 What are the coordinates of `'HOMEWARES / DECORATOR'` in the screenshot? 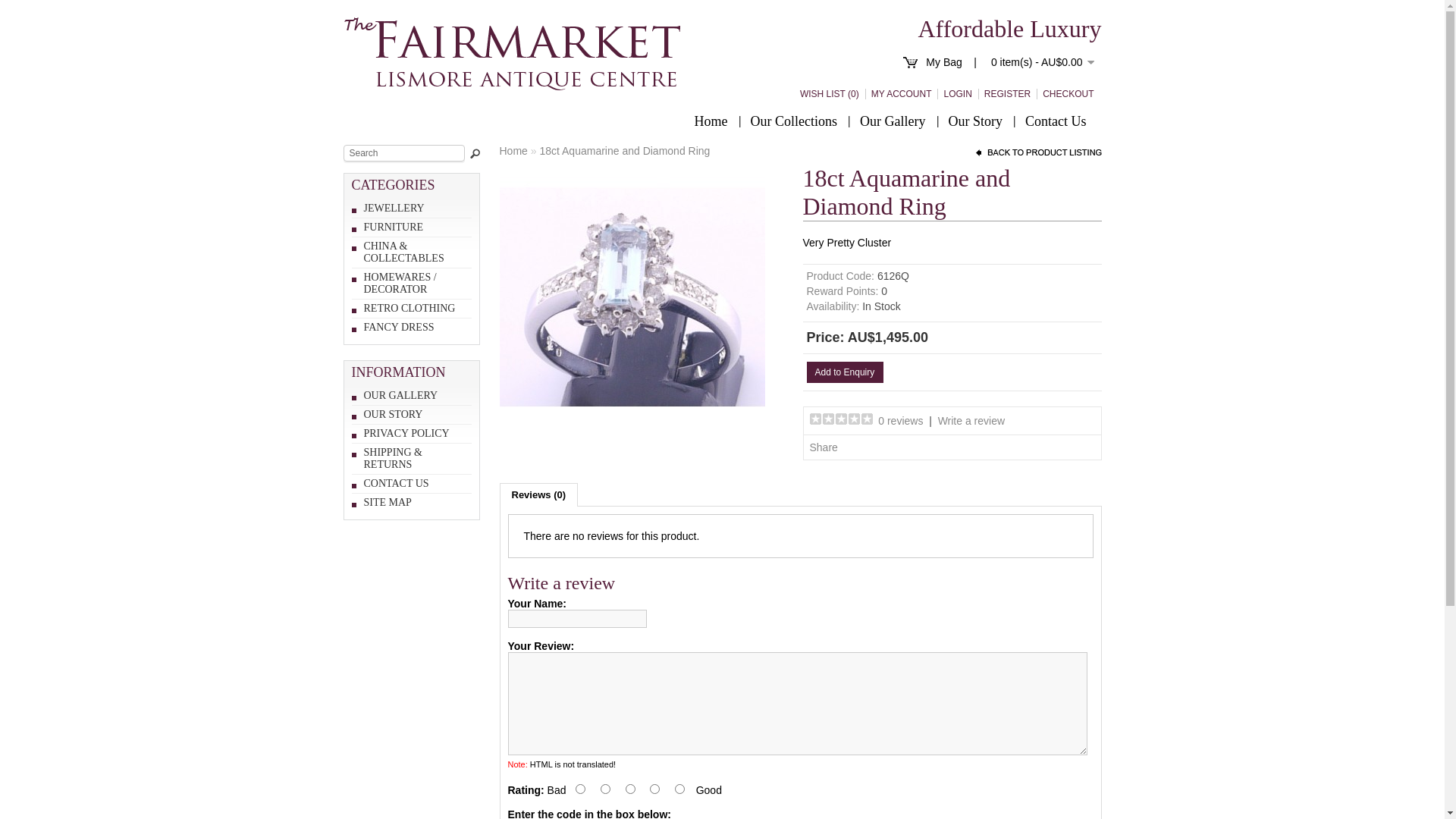 It's located at (400, 283).